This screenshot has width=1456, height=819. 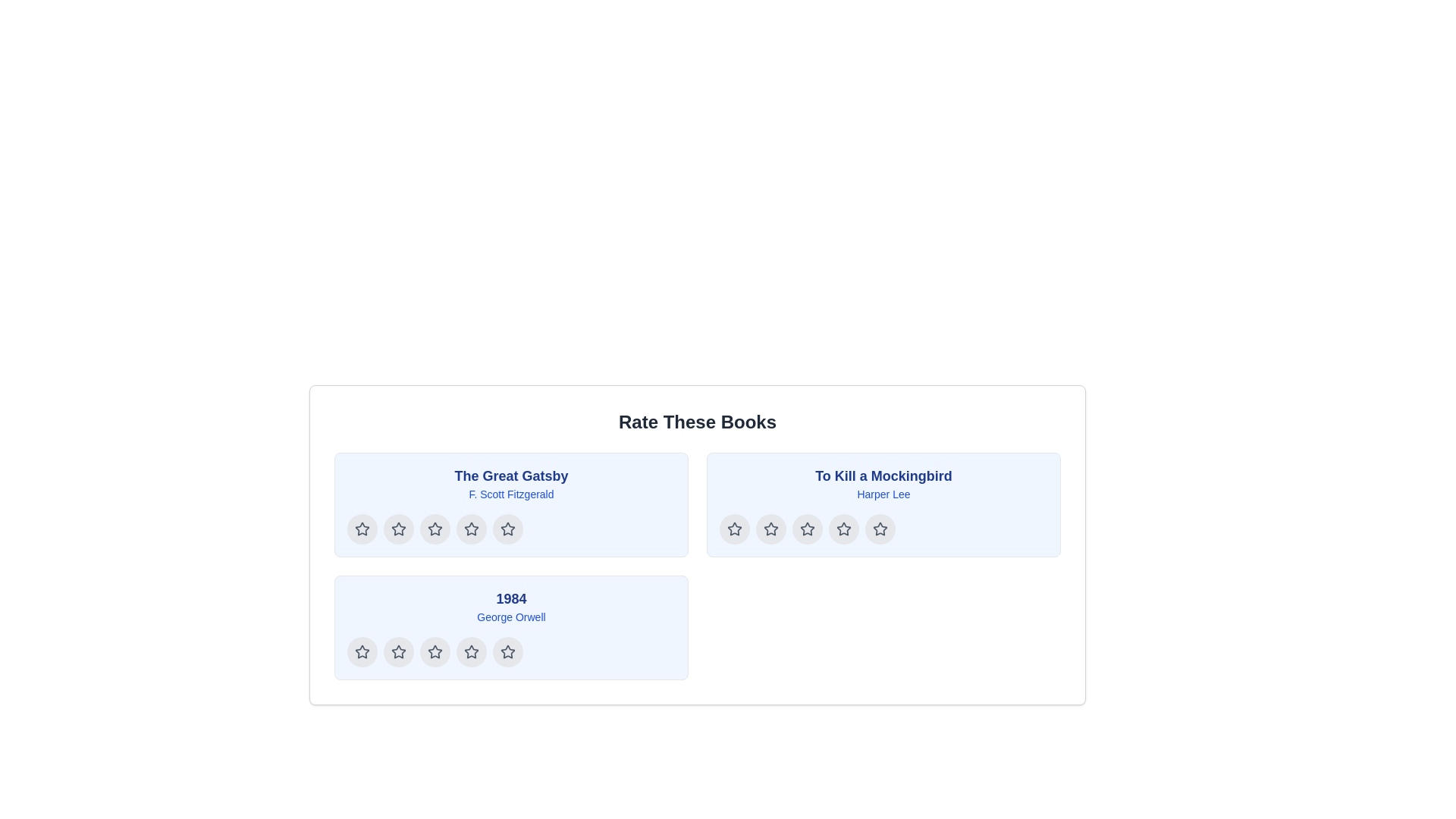 I want to click on the first star icon that allows users to give a one-star rating to the book 'The Great Gatsby', so click(x=362, y=529).